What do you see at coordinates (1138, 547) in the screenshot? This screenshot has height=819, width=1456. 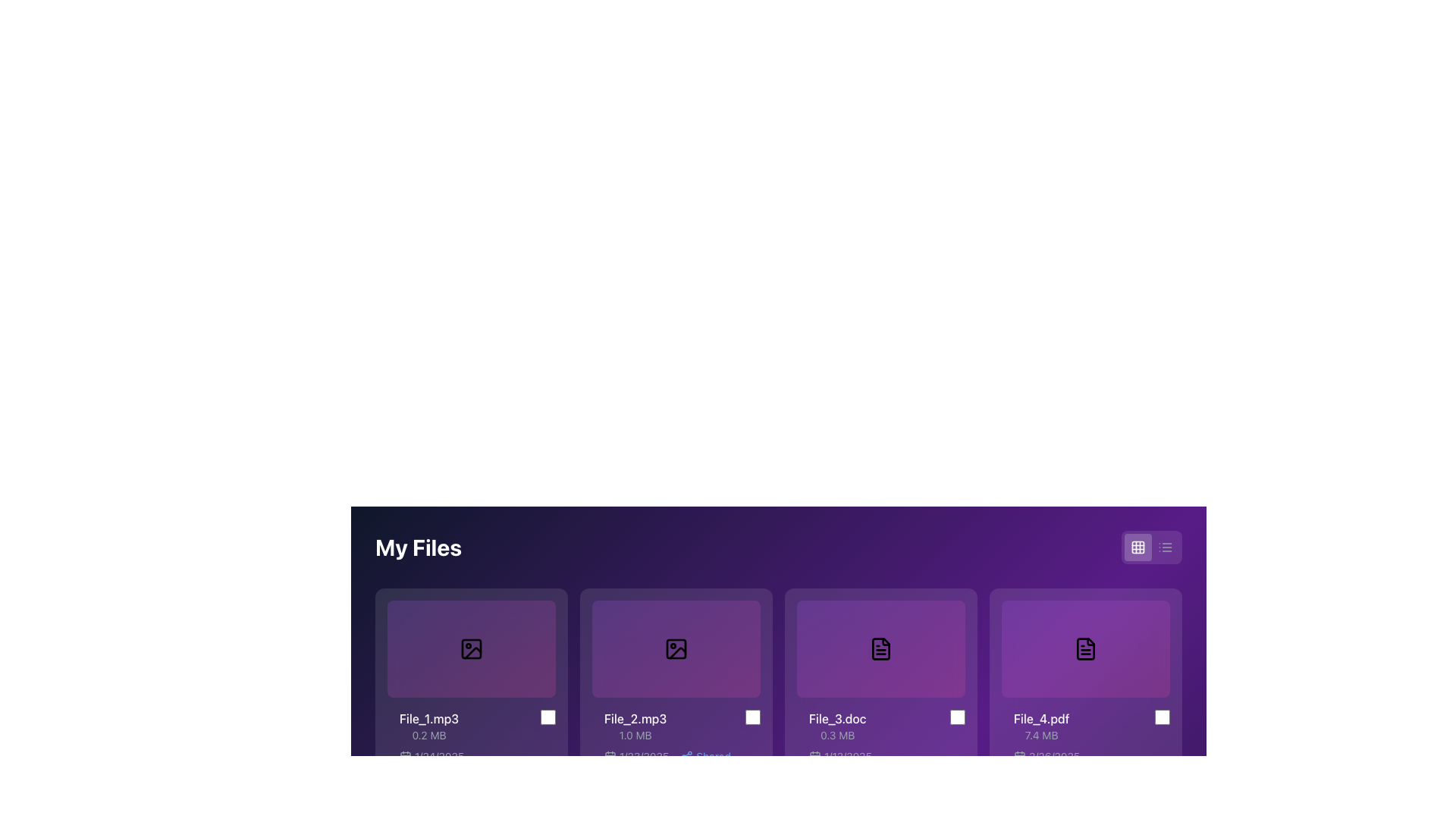 I see `the grid layout toggle button located at the far right side of the navigation bar` at bounding box center [1138, 547].